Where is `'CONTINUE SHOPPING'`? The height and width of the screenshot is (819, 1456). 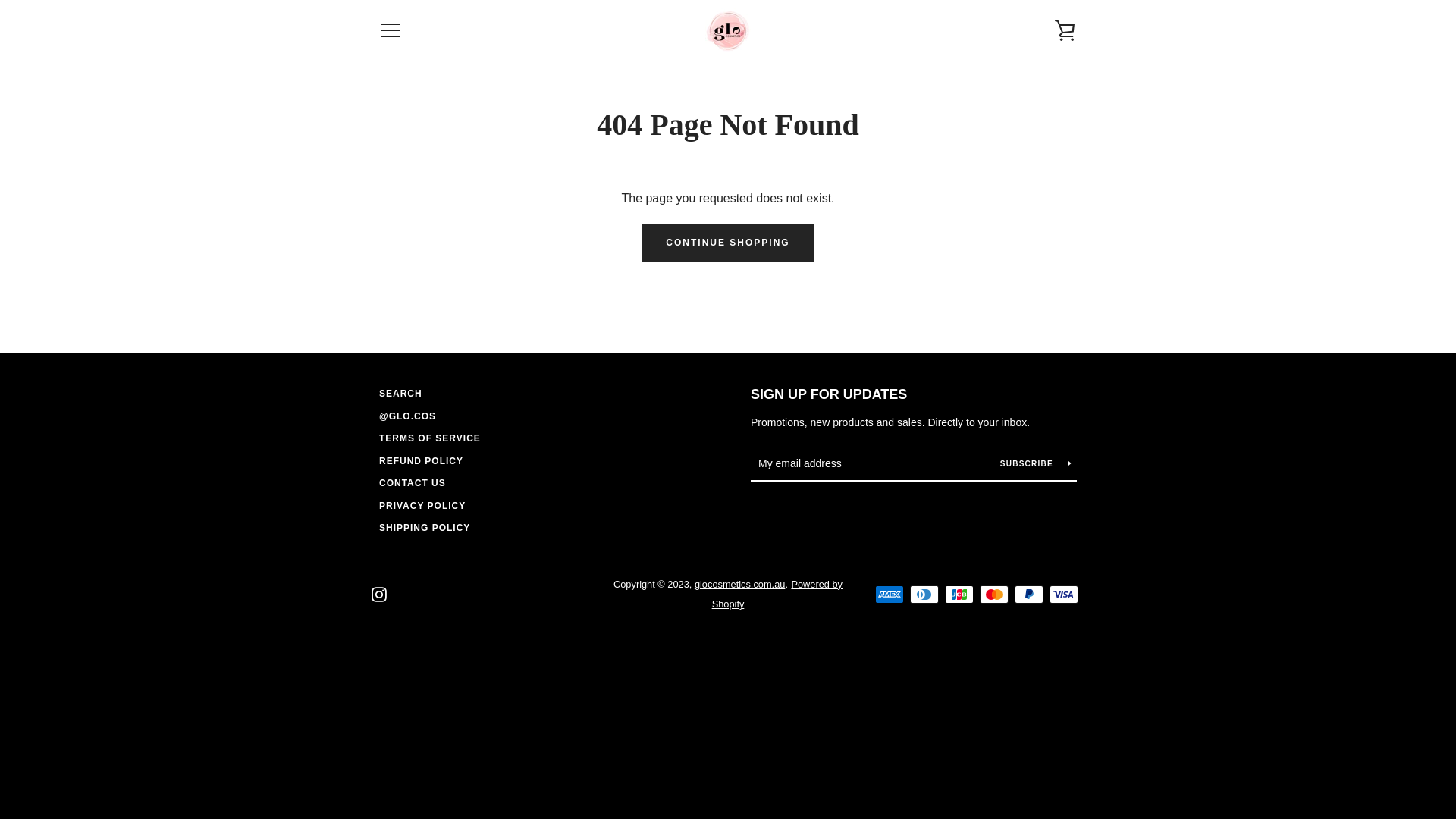 'CONTINUE SHOPPING' is located at coordinates (726, 242).